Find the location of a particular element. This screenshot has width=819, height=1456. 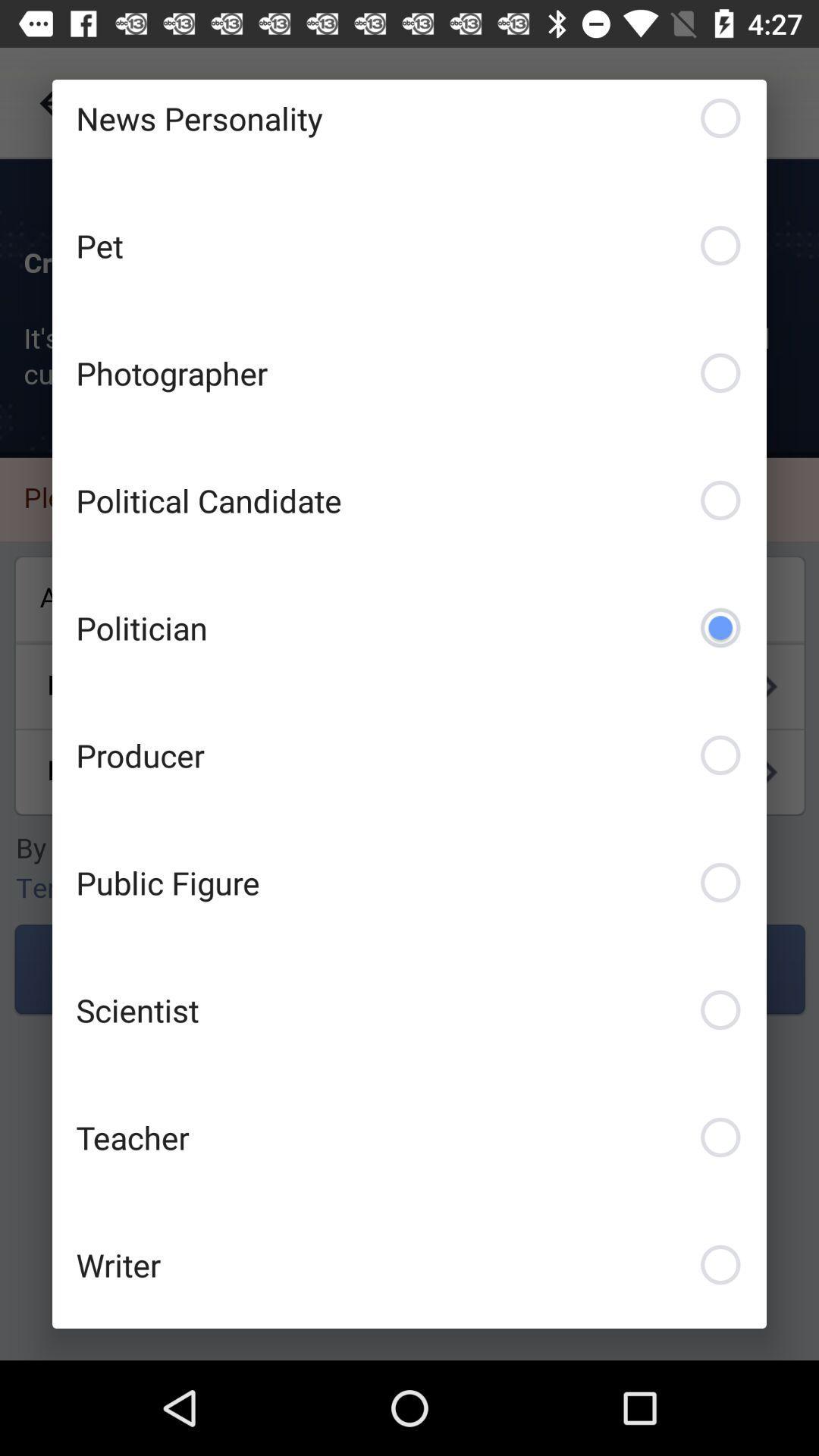

public figure checkbox is located at coordinates (409, 882).